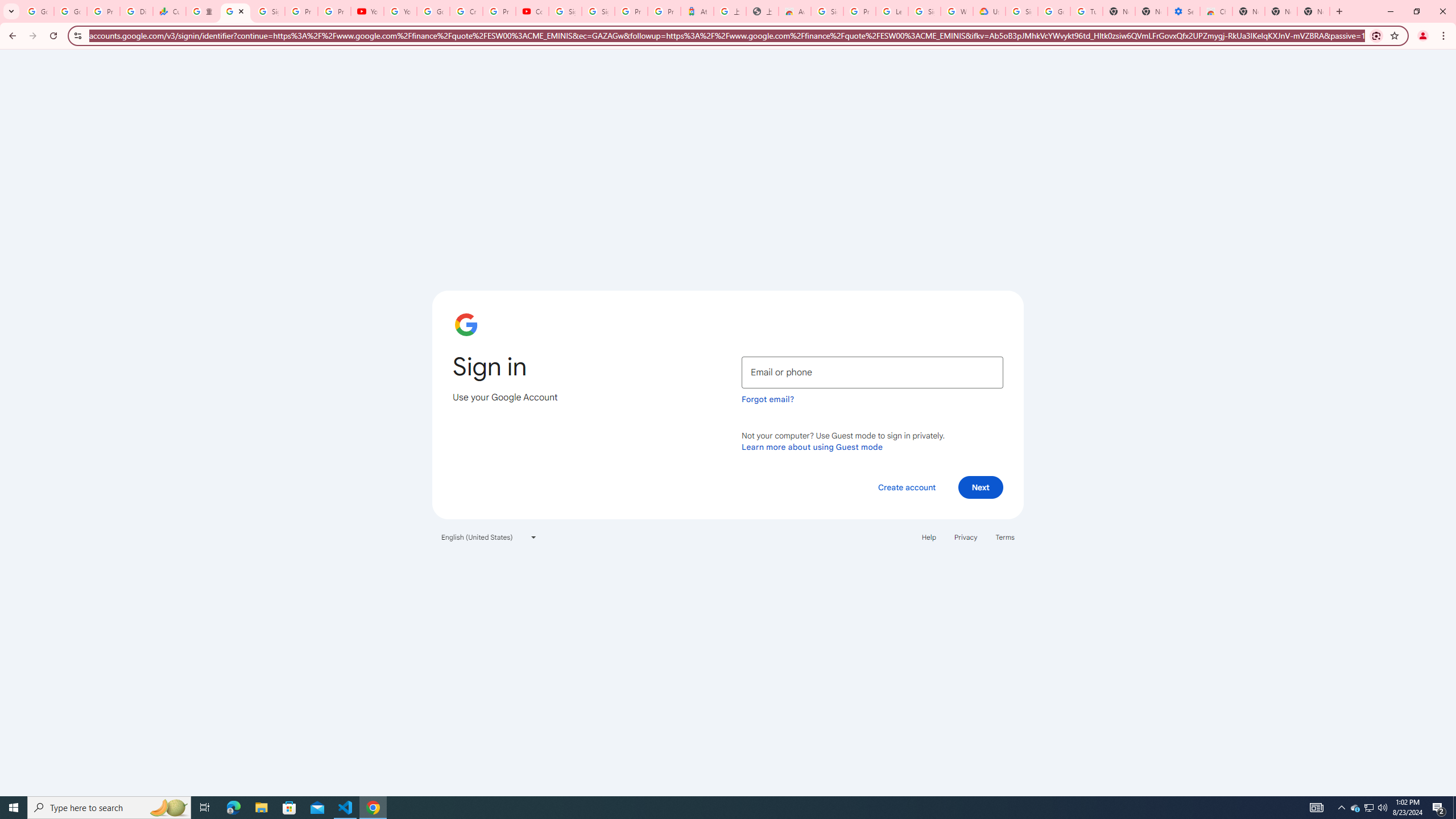  What do you see at coordinates (1248, 11) in the screenshot?
I see `'New Tab'` at bounding box center [1248, 11].